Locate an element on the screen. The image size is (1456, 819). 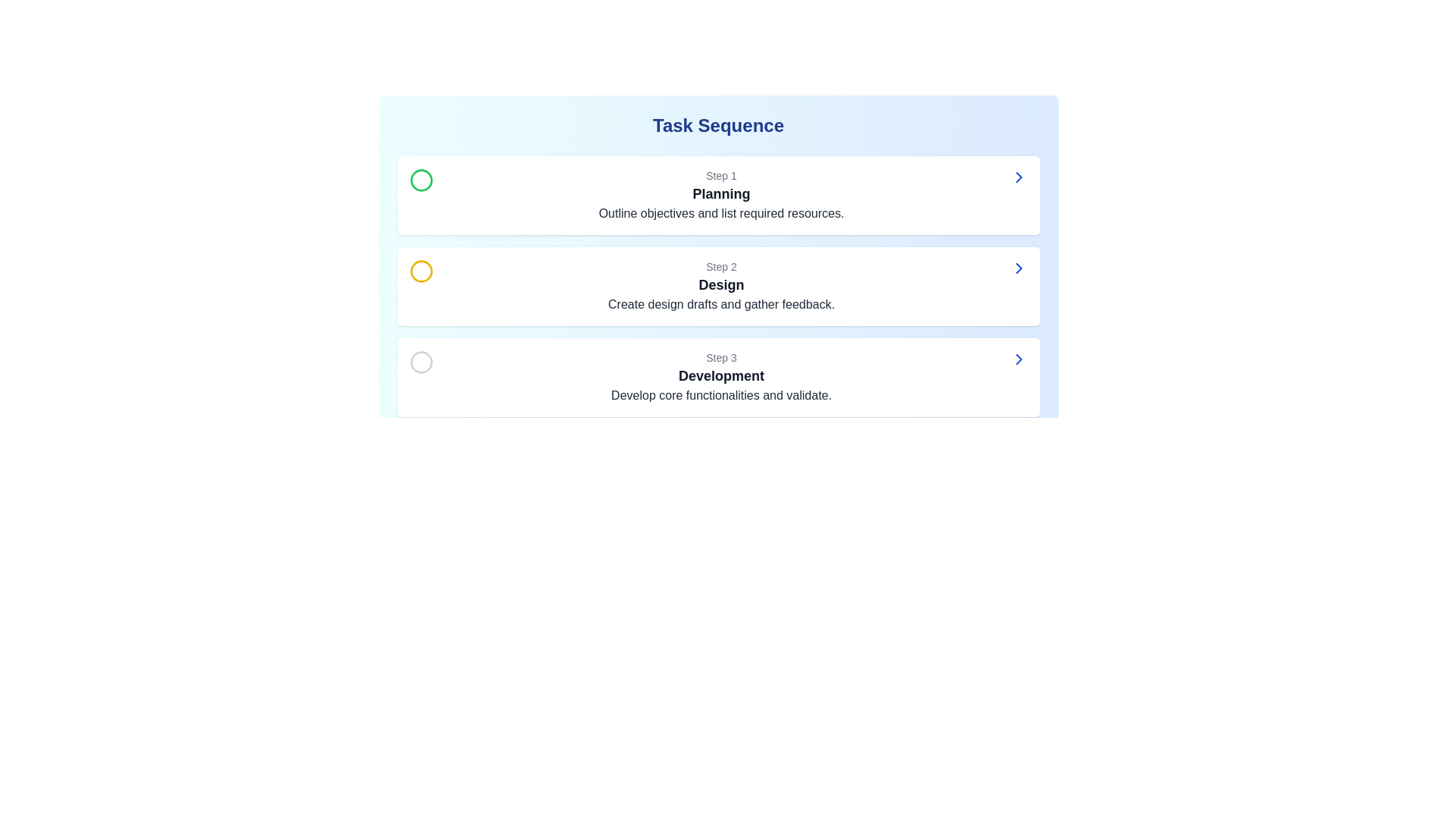
the circular state indicator icon to the far left of 'Step 3 Development', which indicates the status of the task step is located at coordinates (421, 362).